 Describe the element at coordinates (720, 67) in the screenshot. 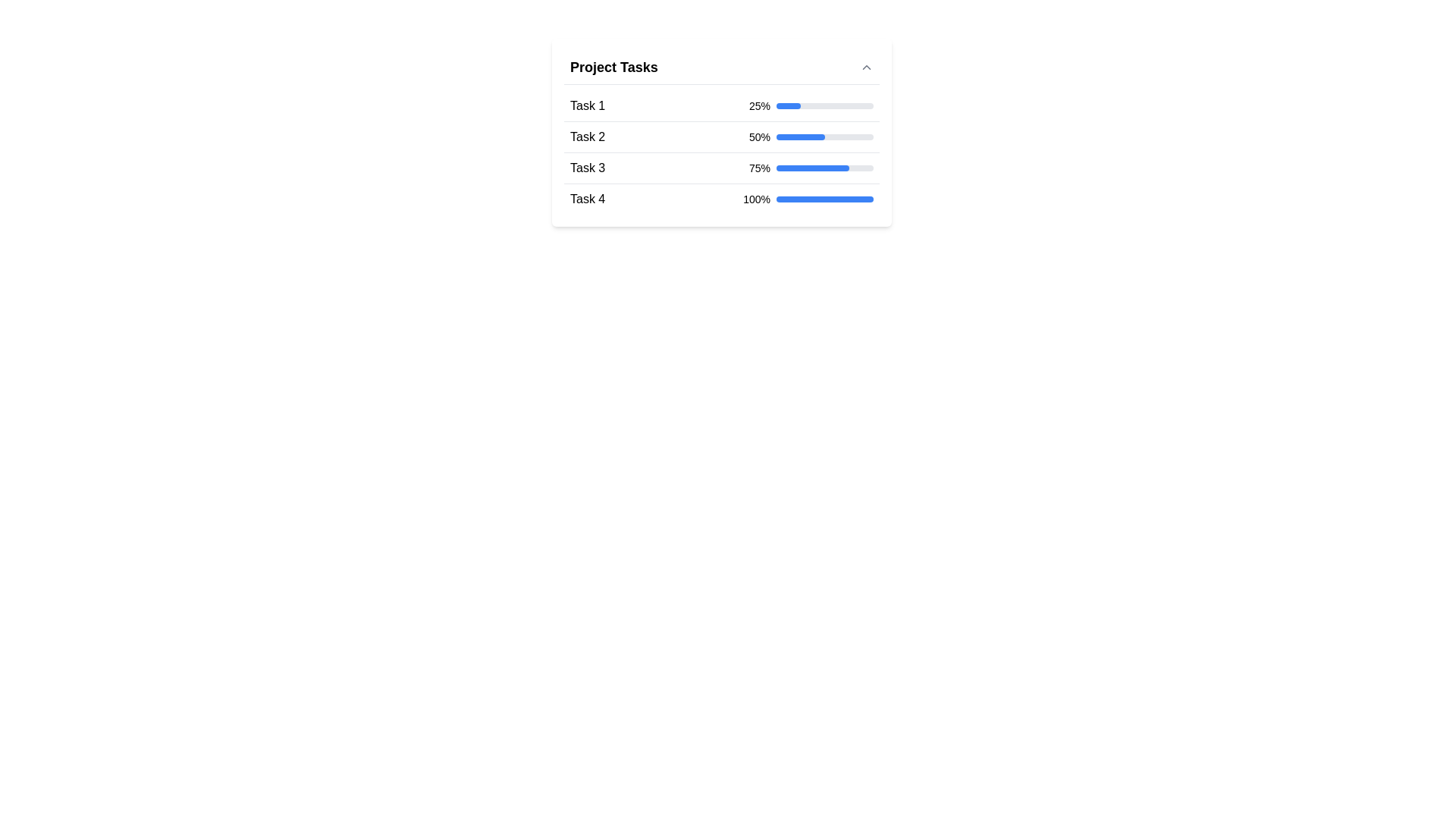

I see `the Section Header with Toggle labeled 'Project Tasks'` at that location.